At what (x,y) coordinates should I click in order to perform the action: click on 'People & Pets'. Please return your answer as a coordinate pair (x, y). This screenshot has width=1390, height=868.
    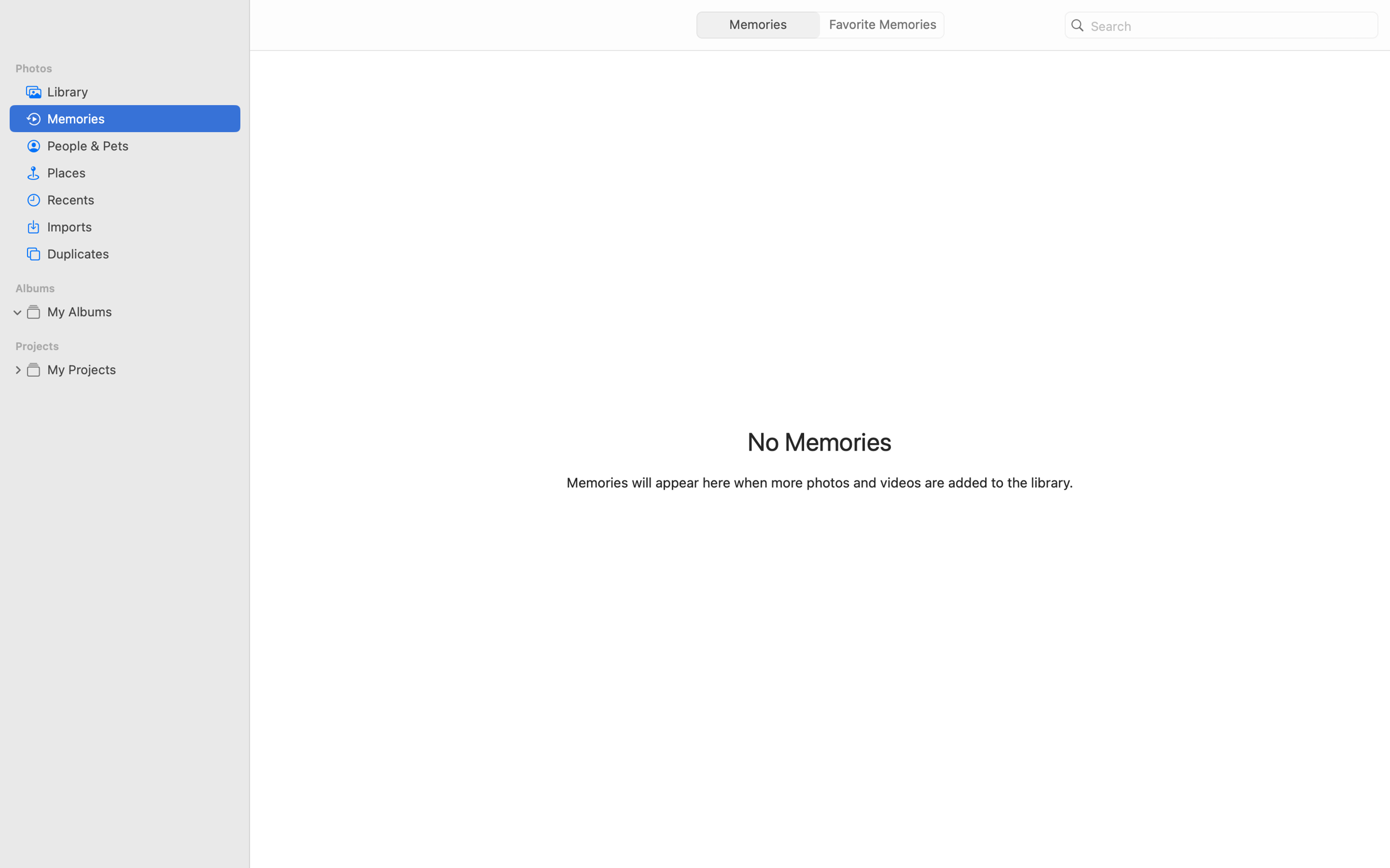
    Looking at the image, I should click on (140, 145).